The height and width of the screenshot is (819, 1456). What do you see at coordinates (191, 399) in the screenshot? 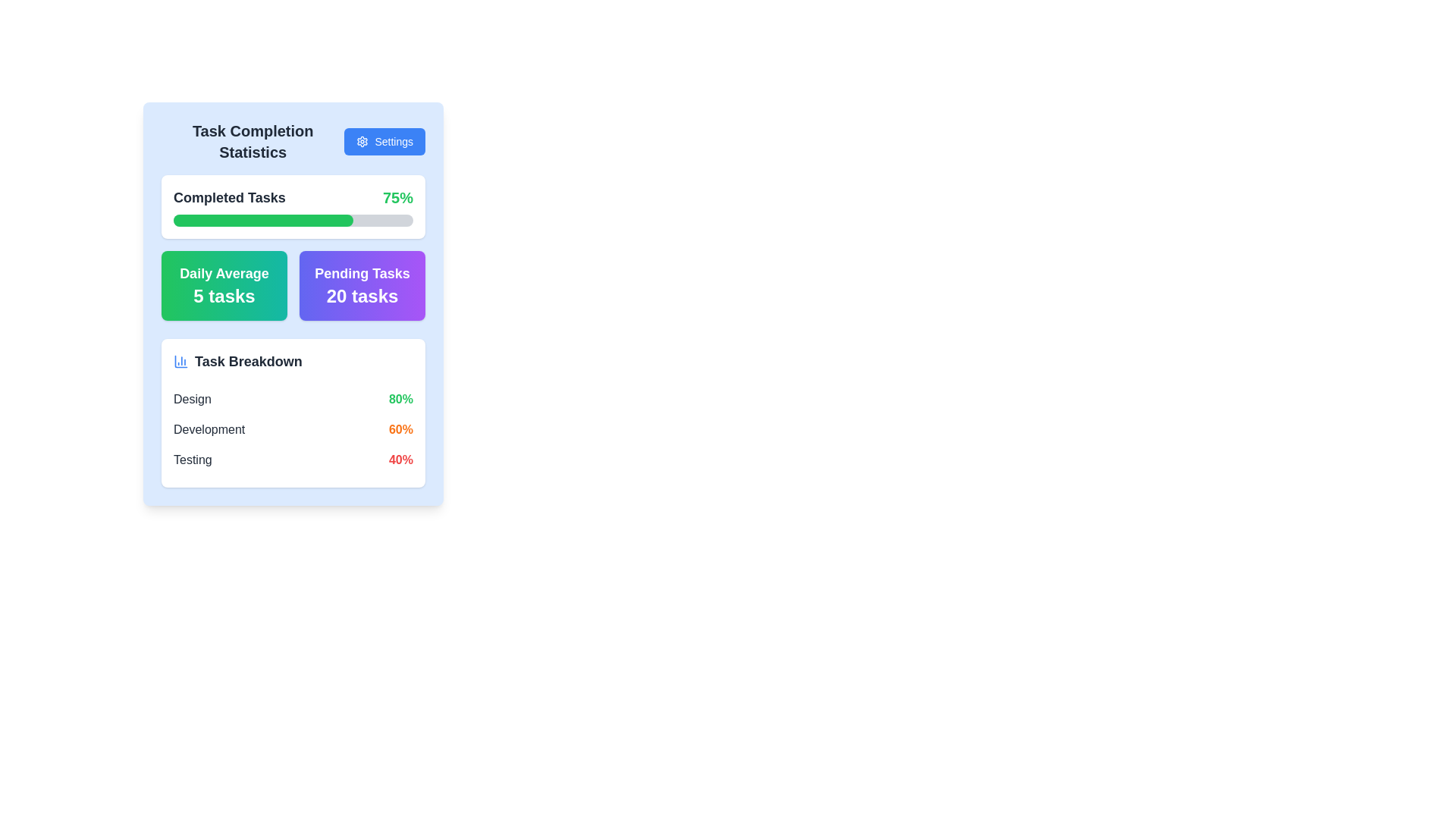
I see `the 'Design' task category label, which is the first element in the vertical list under 'Task Breakdown', aligned with the percentage value '80%'` at bounding box center [191, 399].